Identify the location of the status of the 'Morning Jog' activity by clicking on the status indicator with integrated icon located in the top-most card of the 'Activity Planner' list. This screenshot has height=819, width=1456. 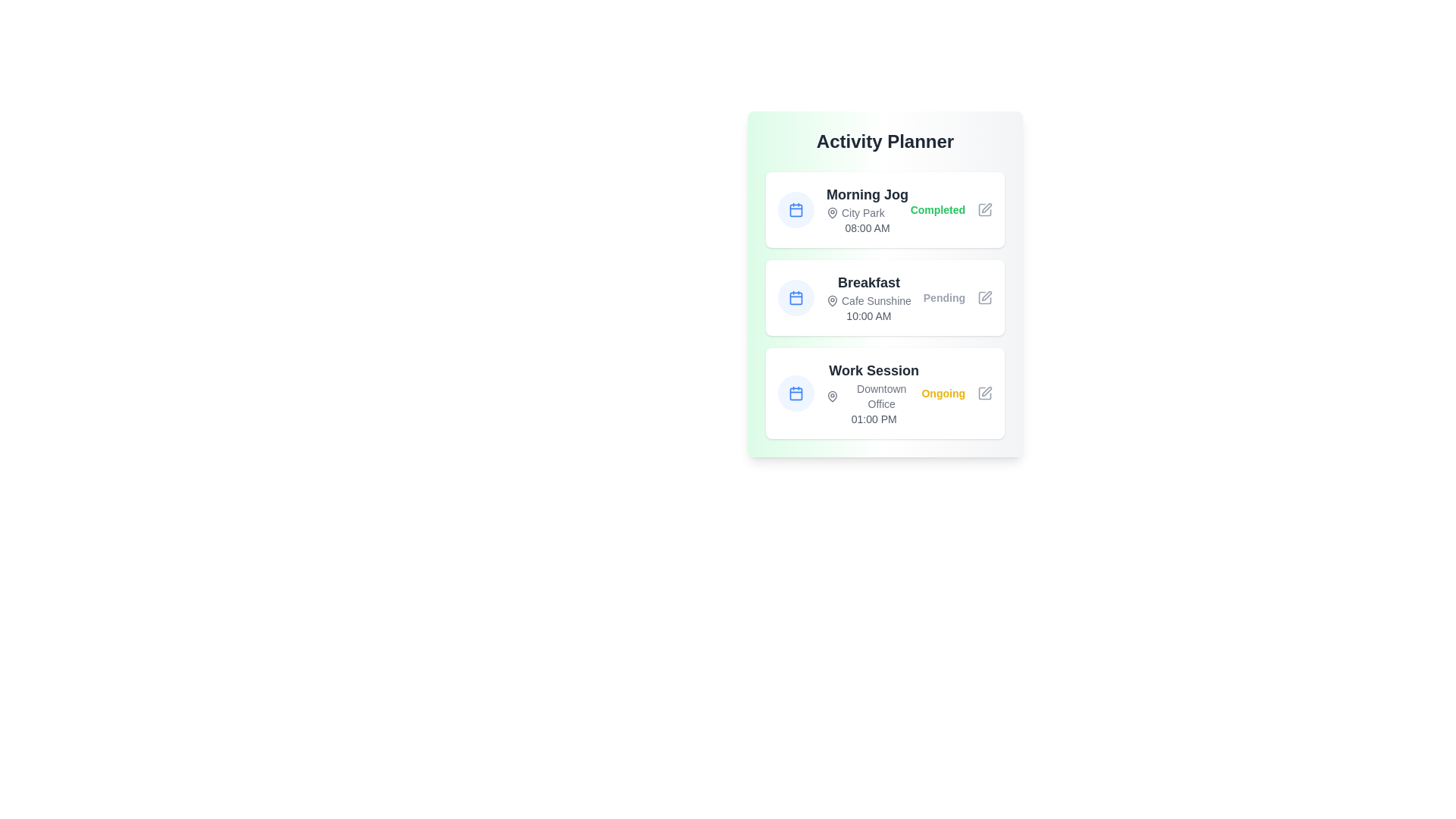
(950, 210).